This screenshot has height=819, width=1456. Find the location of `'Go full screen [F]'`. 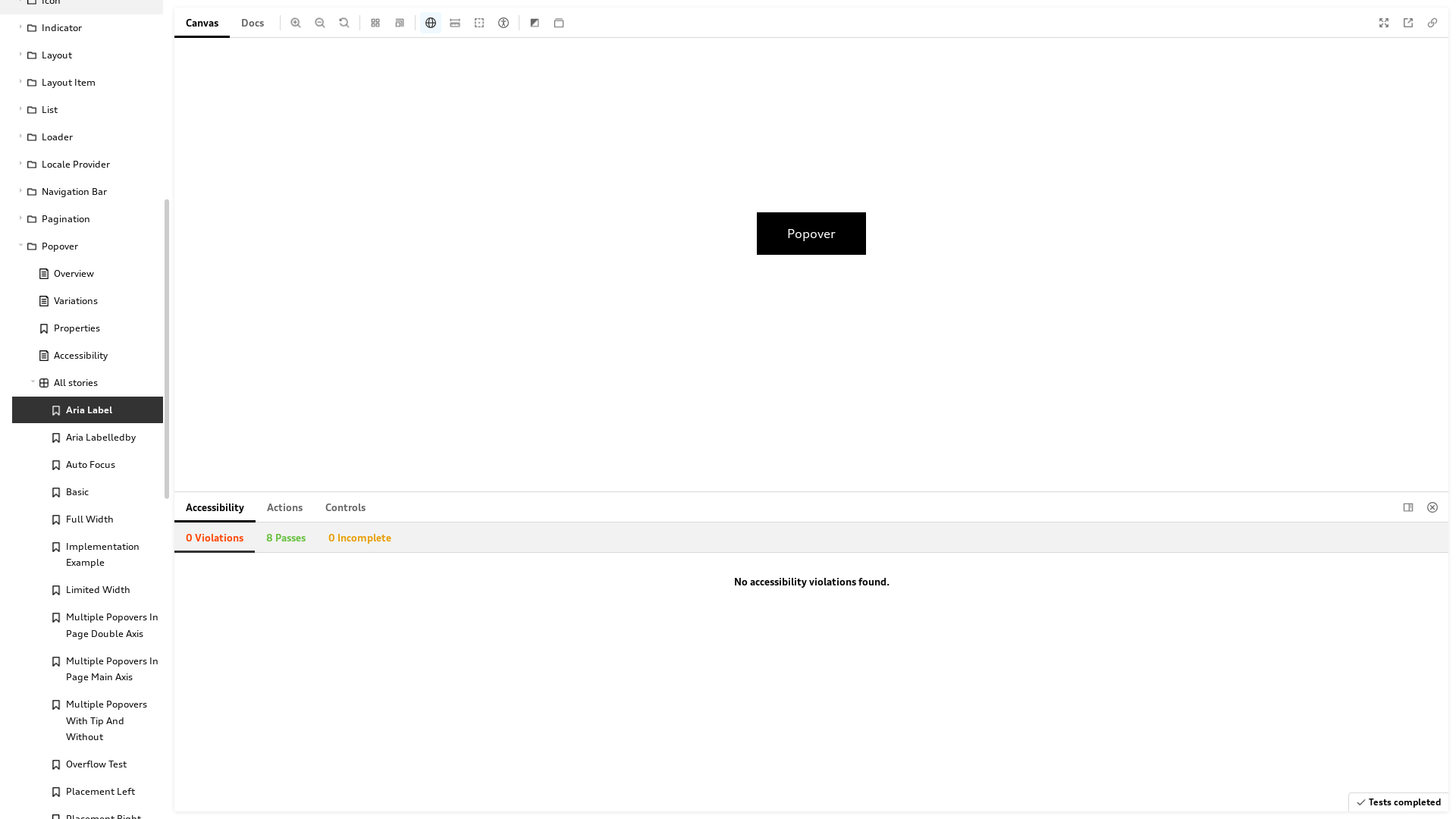

'Go full screen [F]' is located at coordinates (1383, 23).